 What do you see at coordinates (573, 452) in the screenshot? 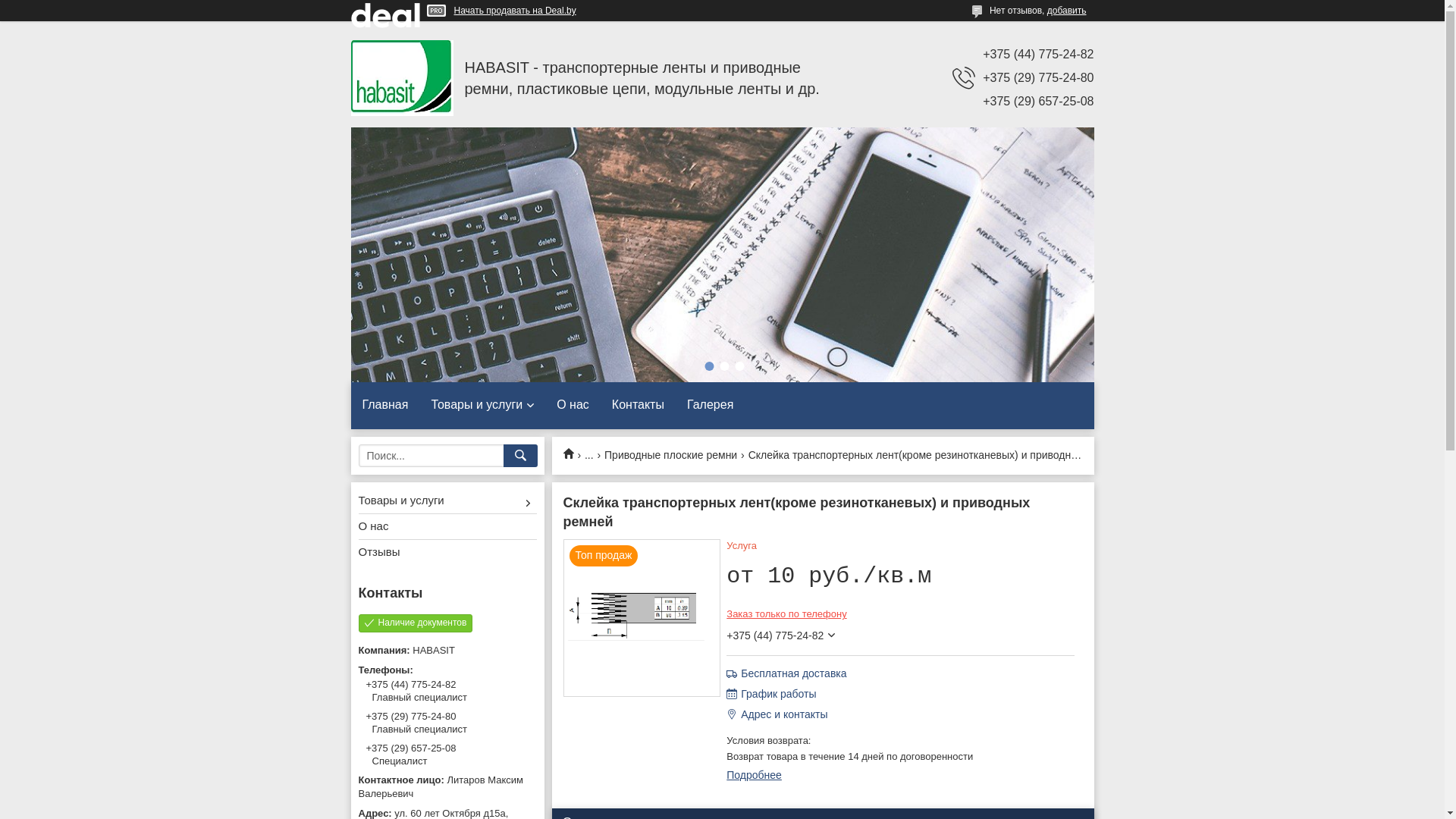
I see `'Habasit'` at bounding box center [573, 452].